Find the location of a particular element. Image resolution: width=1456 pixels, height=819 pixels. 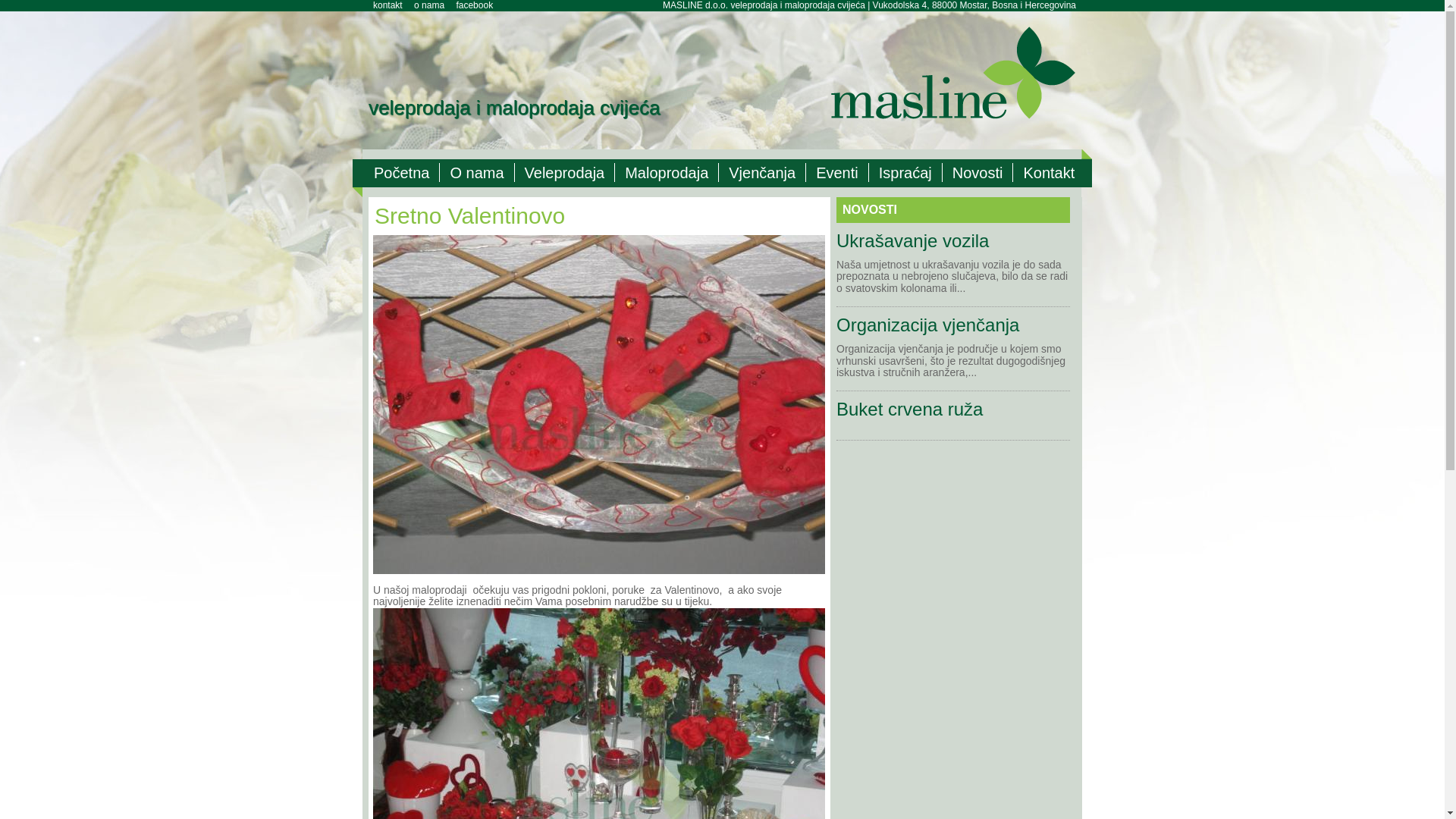

'O nama' is located at coordinates (475, 171).